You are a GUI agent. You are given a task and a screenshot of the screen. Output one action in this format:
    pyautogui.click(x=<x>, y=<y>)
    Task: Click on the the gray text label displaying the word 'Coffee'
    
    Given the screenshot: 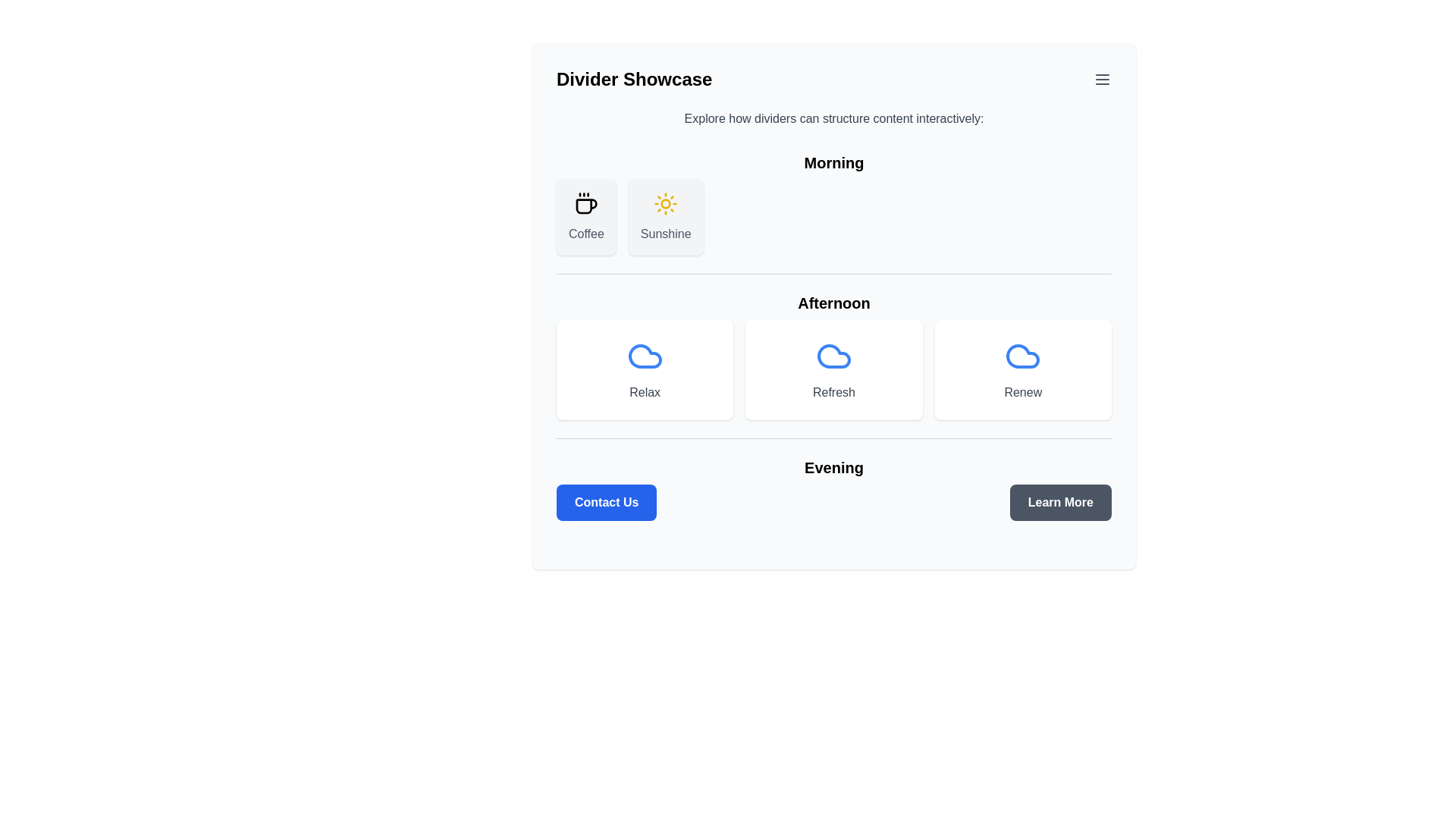 What is the action you would take?
    pyautogui.click(x=585, y=234)
    